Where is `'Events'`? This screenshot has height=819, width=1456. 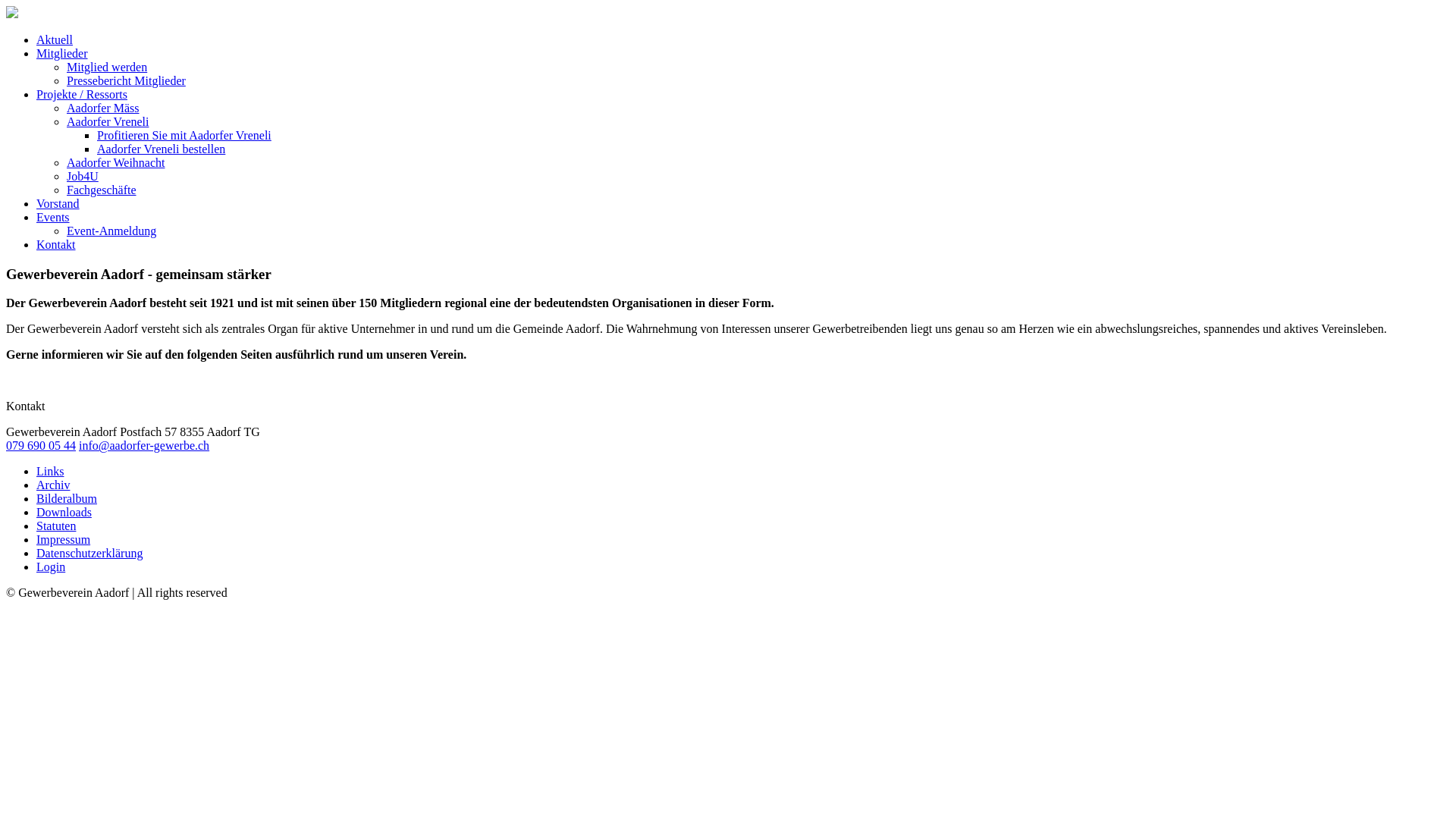
'Events' is located at coordinates (36, 217).